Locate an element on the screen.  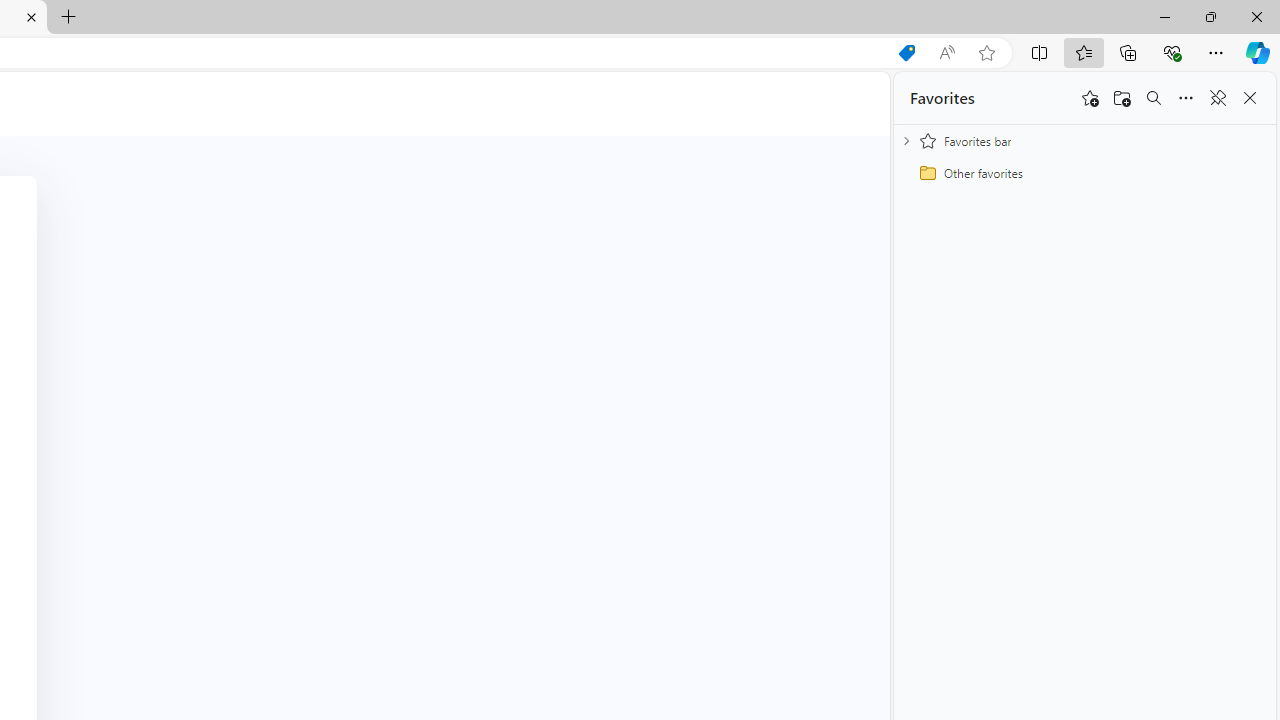
'Close favorites' is located at coordinates (1249, 98).